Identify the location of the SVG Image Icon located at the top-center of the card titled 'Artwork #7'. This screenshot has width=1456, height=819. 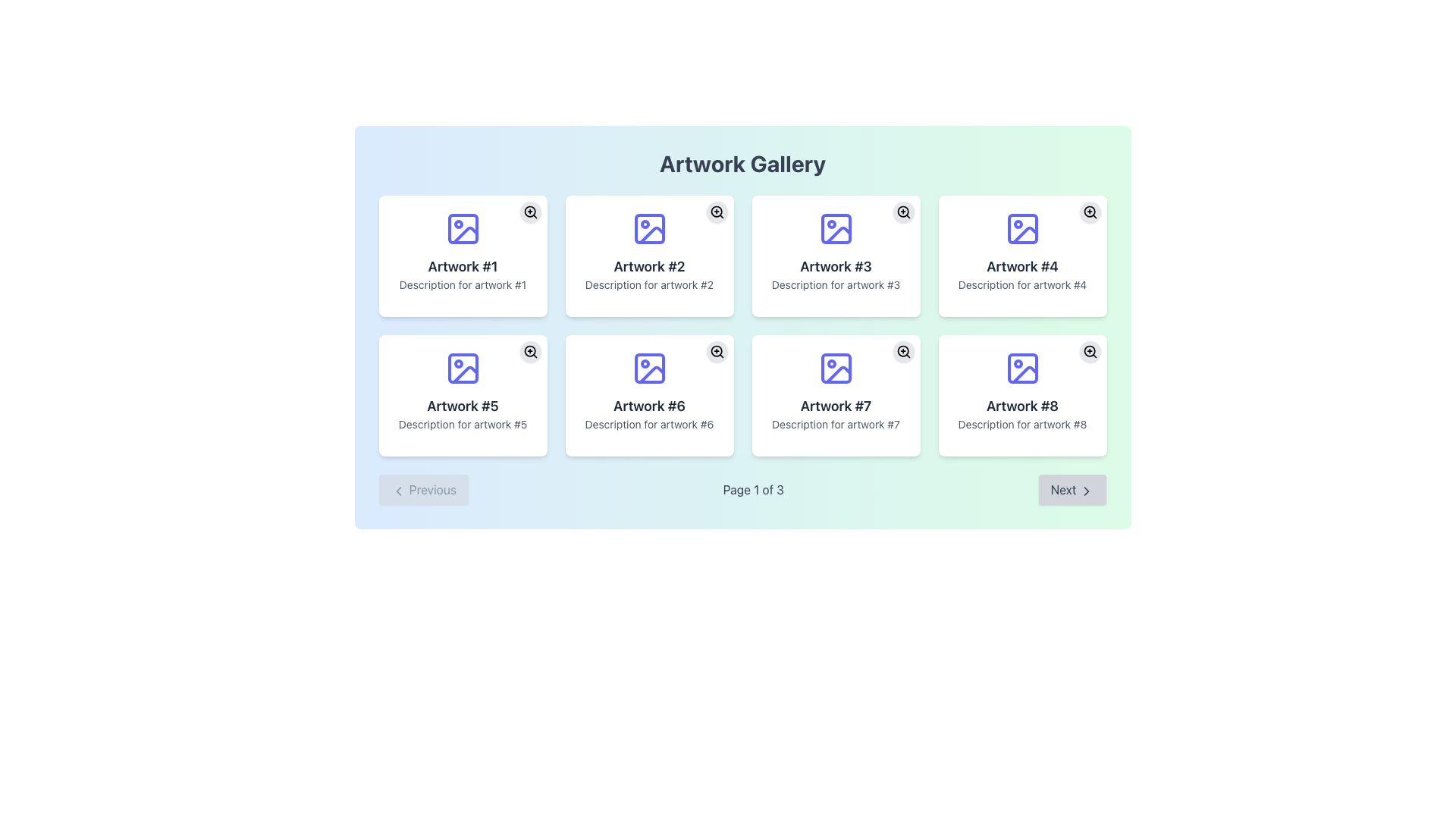
(835, 369).